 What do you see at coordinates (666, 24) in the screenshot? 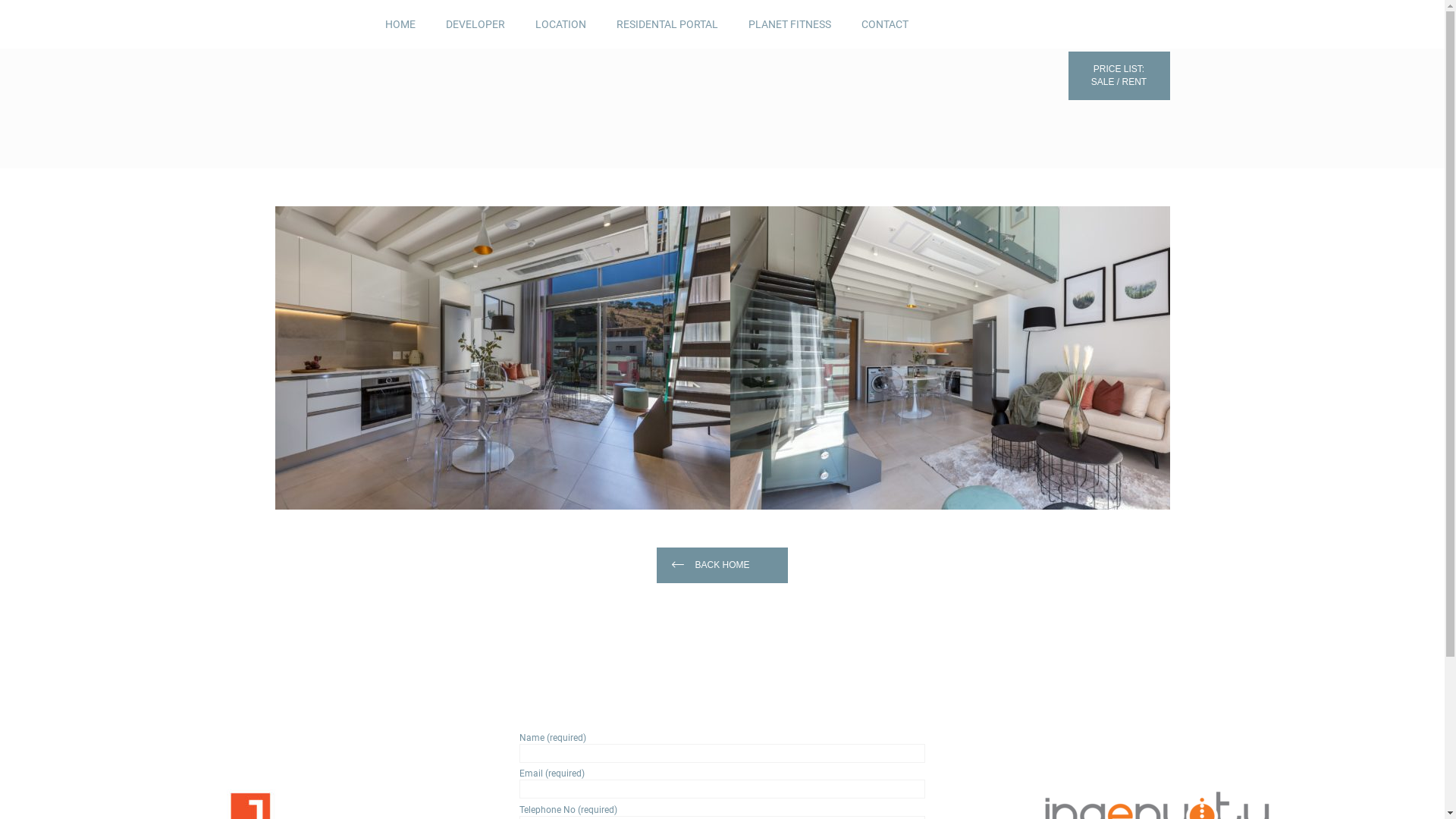
I see `'RESIDENTAL PORTAL'` at bounding box center [666, 24].